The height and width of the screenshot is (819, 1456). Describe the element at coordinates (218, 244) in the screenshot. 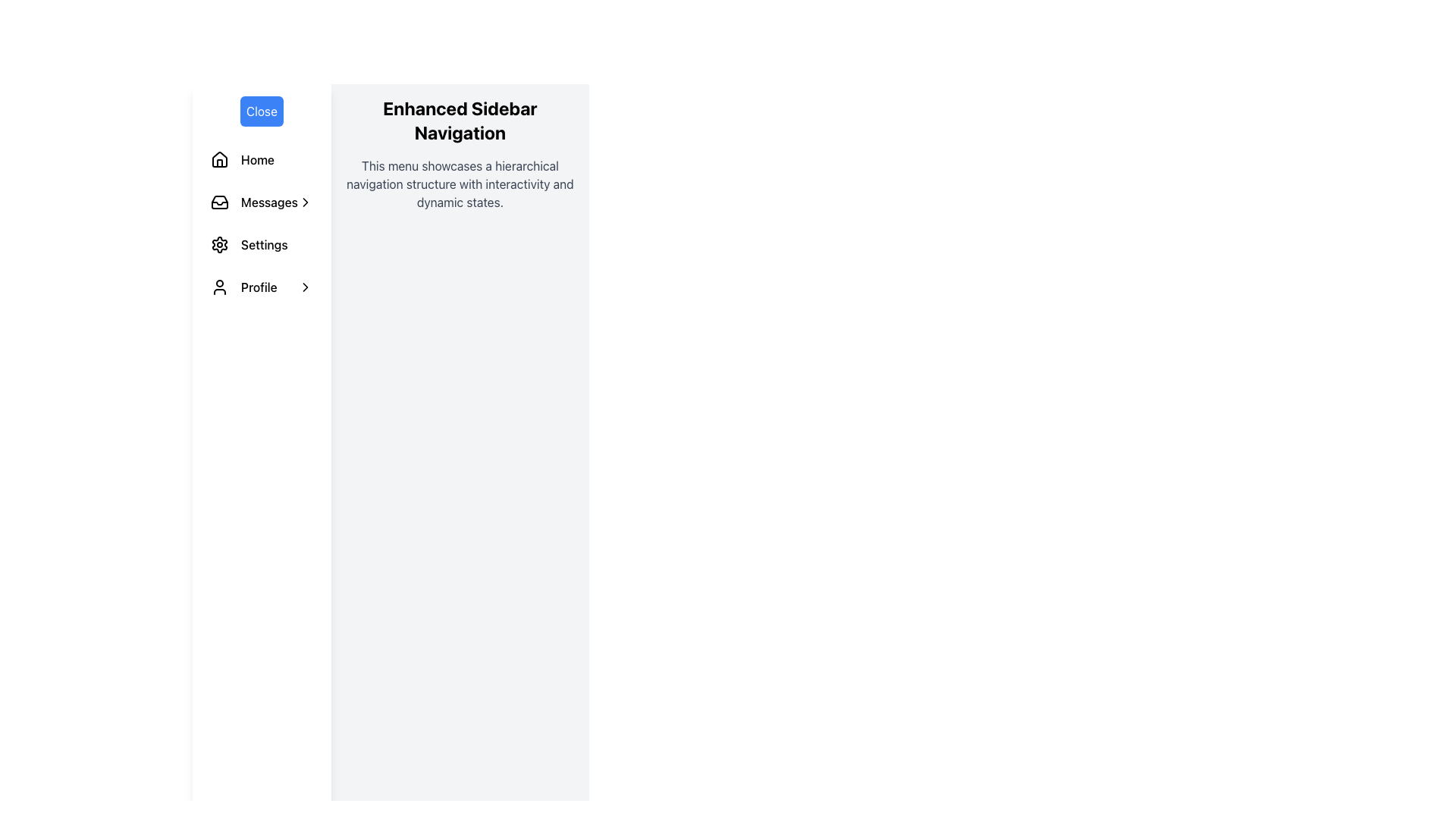

I see `the settings menu icon, which represents the settings functionality and is located third from the top in the vertical navigation panel on the left side of the interface` at that location.